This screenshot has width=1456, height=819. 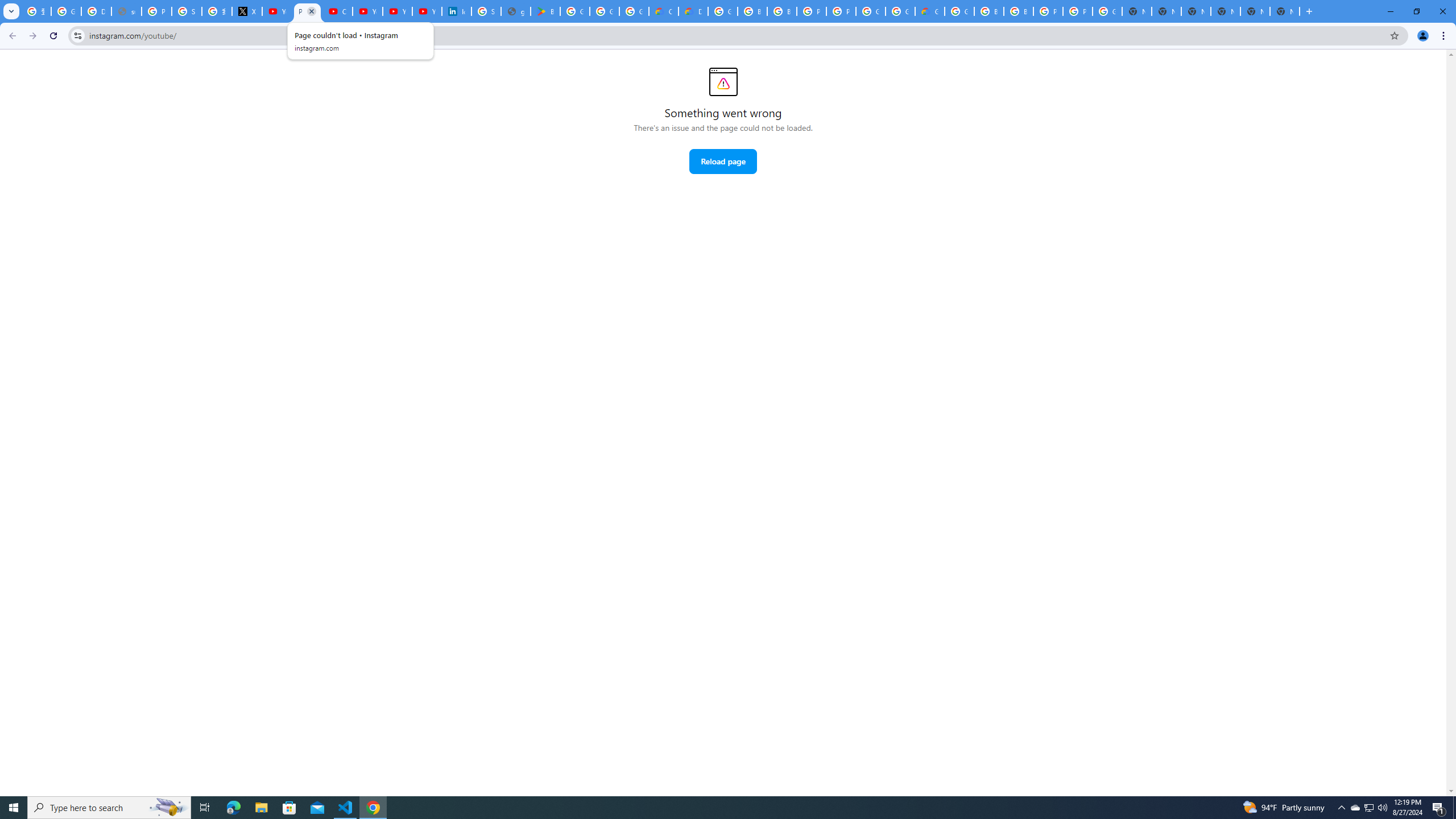 I want to click on 'Bluey: Let', so click(x=544, y=11).